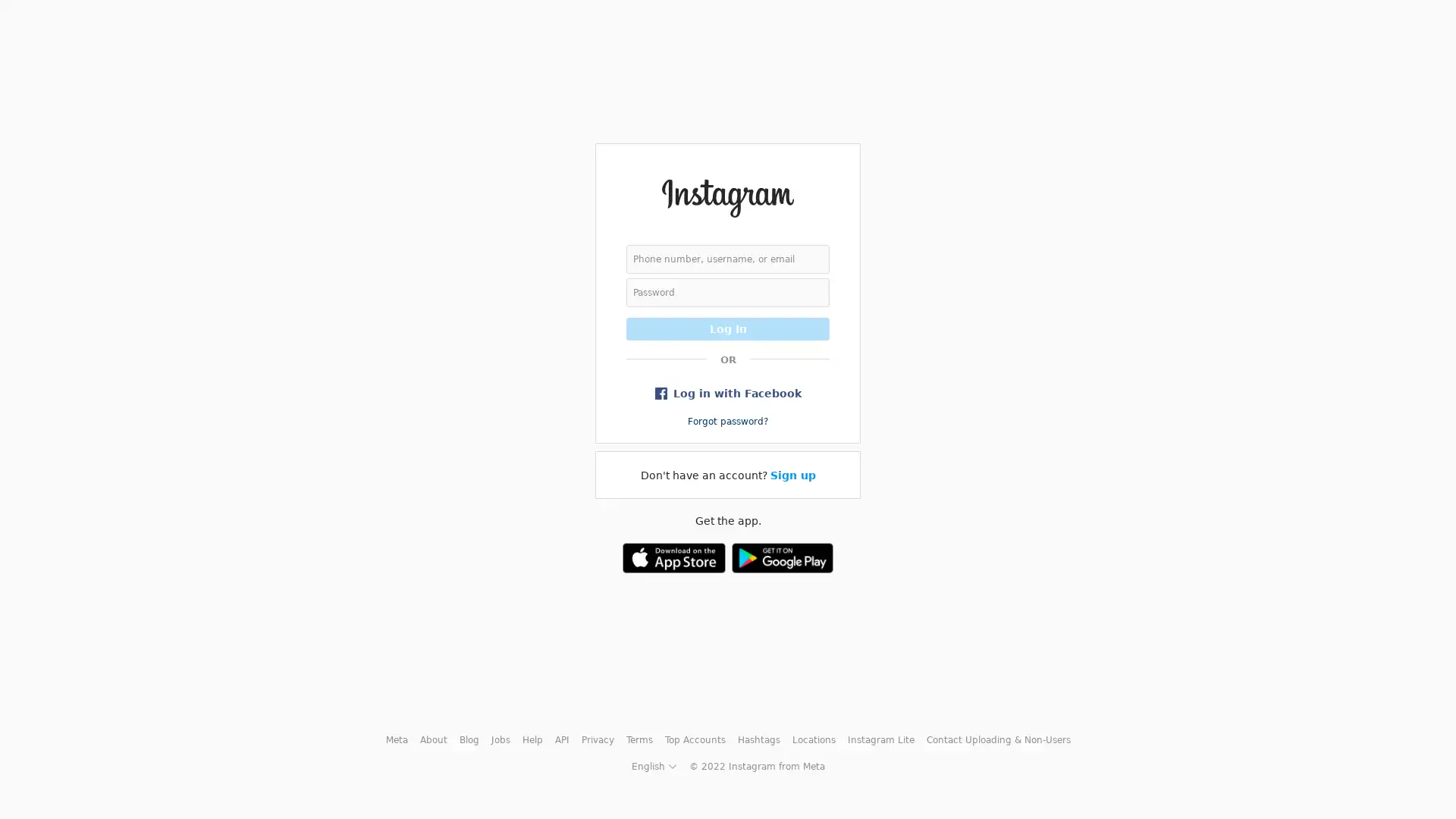 This screenshot has height=819, width=1456. Describe the element at coordinates (728, 327) in the screenshot. I see `Log In` at that location.